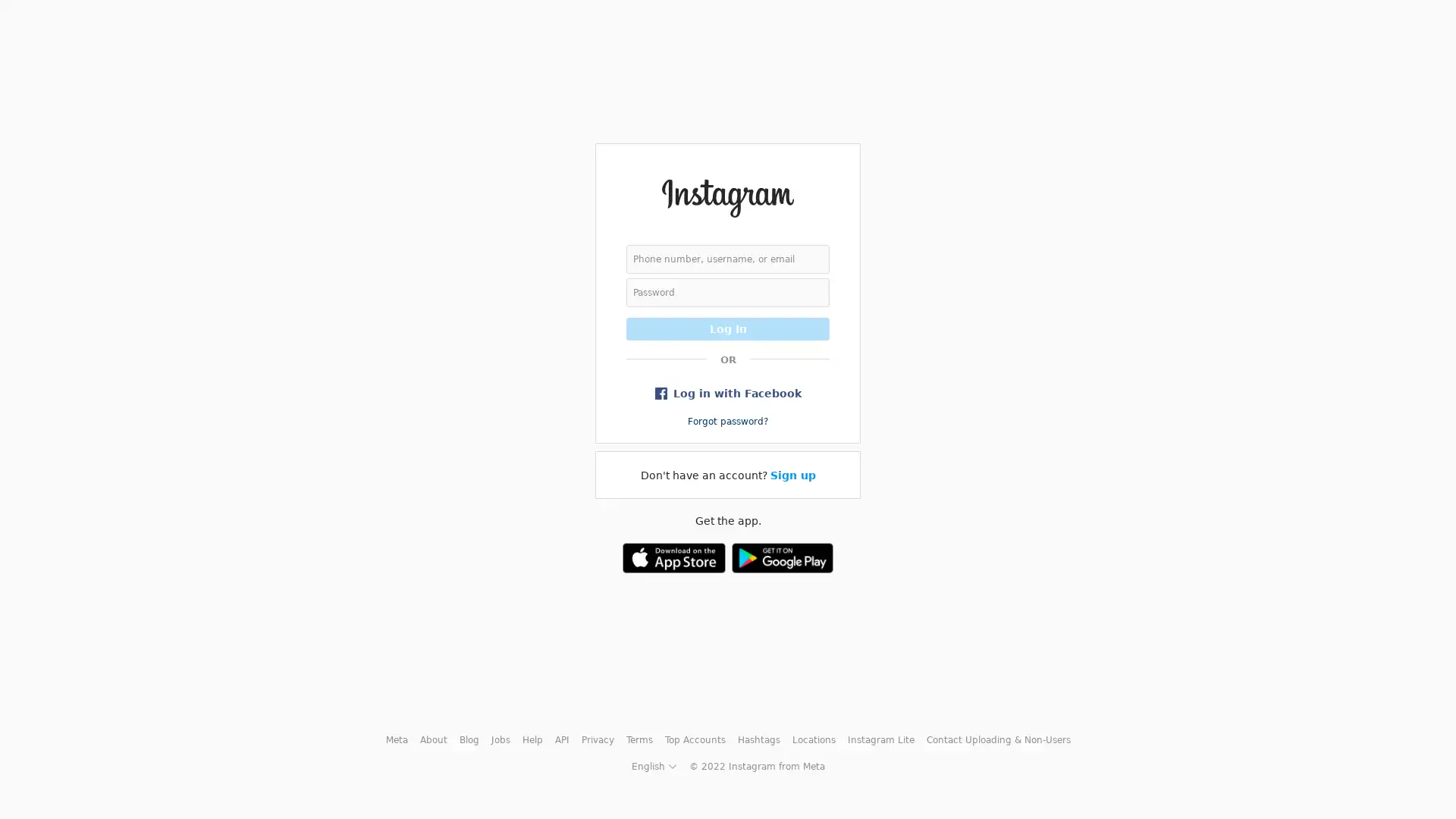 This screenshot has height=819, width=1456. Describe the element at coordinates (728, 327) in the screenshot. I see `Log In` at that location.